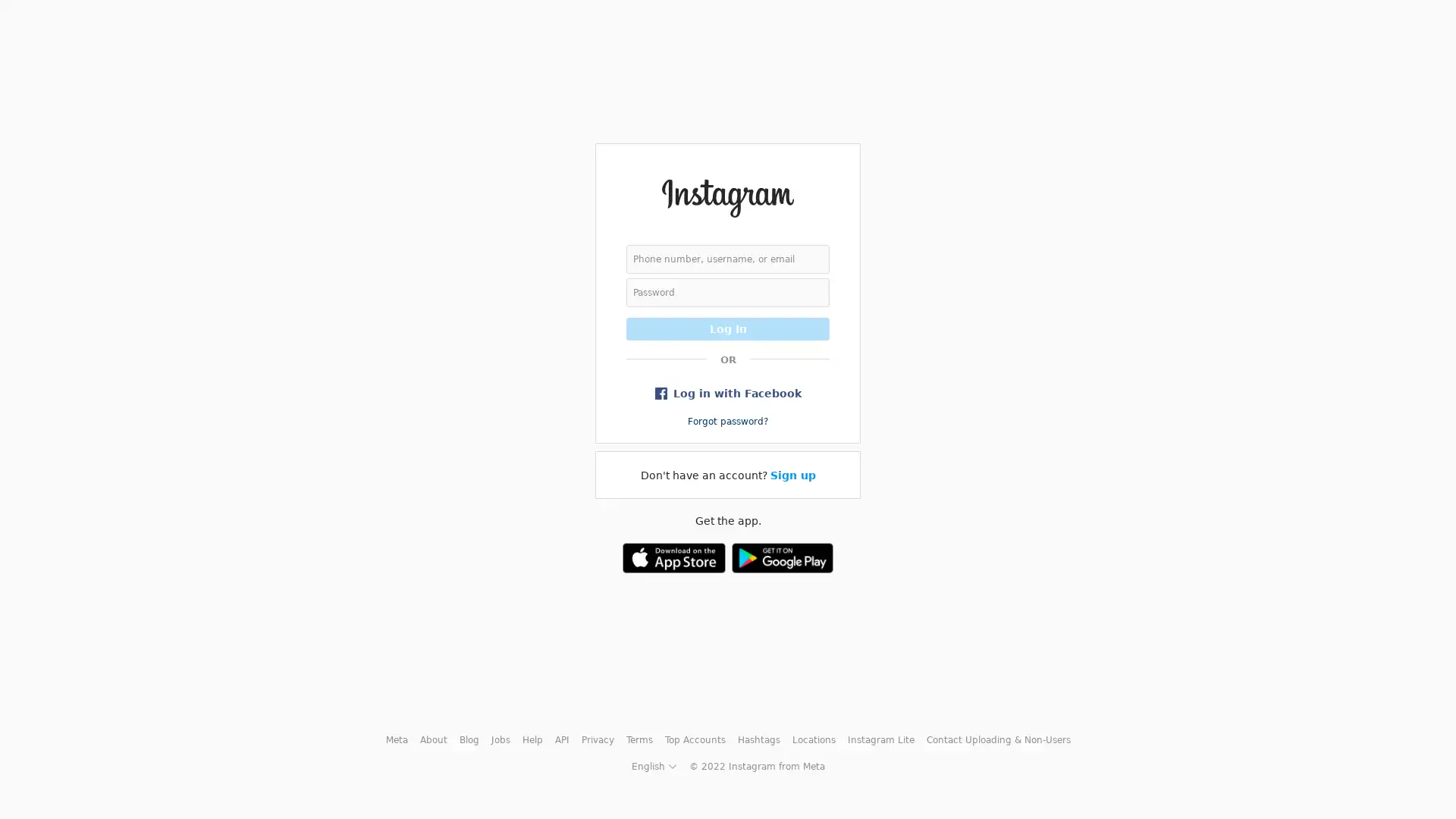 This screenshot has height=819, width=1456. Describe the element at coordinates (728, 327) in the screenshot. I see `Log In` at that location.